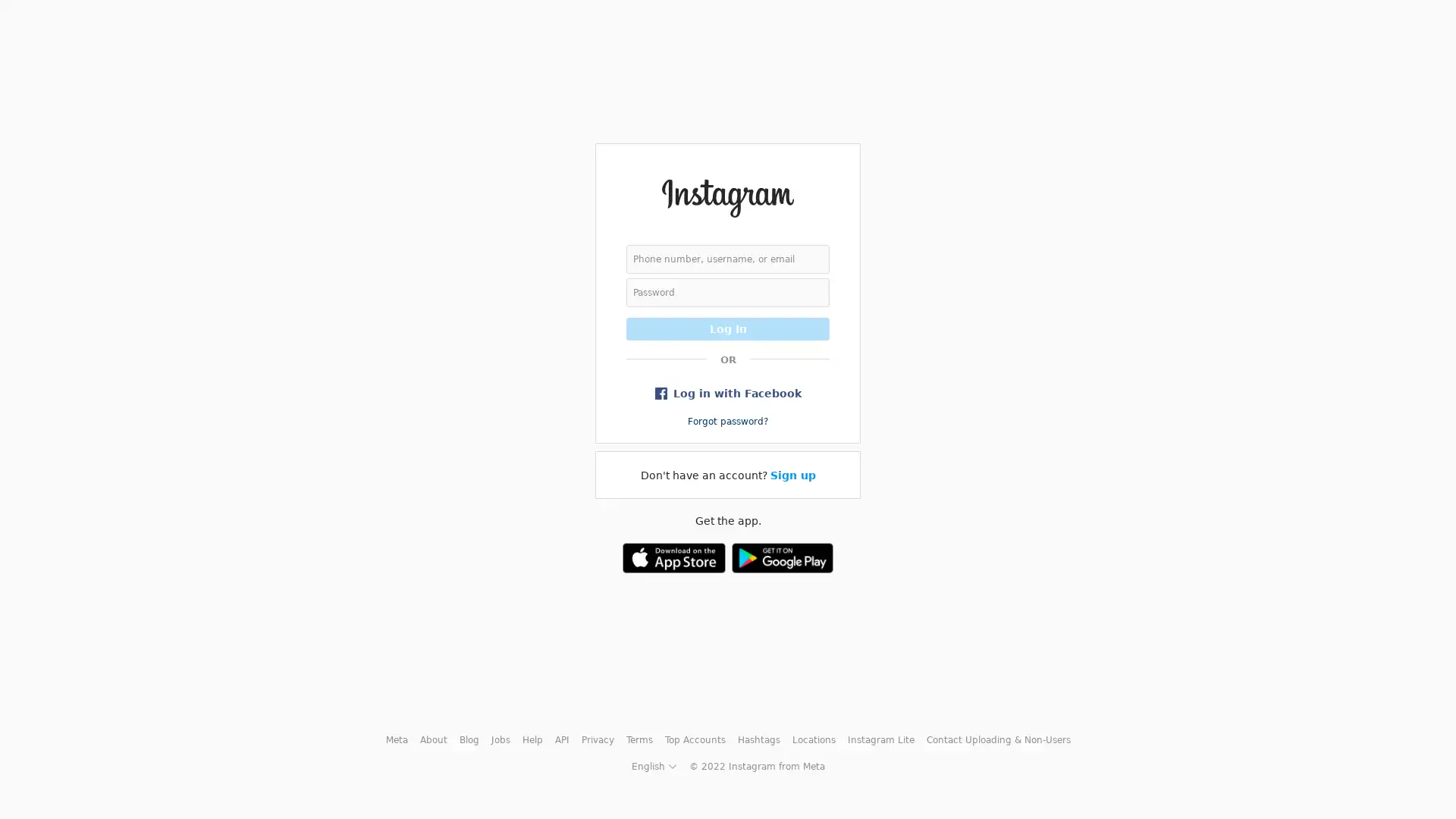 This screenshot has height=819, width=1456. Describe the element at coordinates (728, 327) in the screenshot. I see `Log In` at that location.